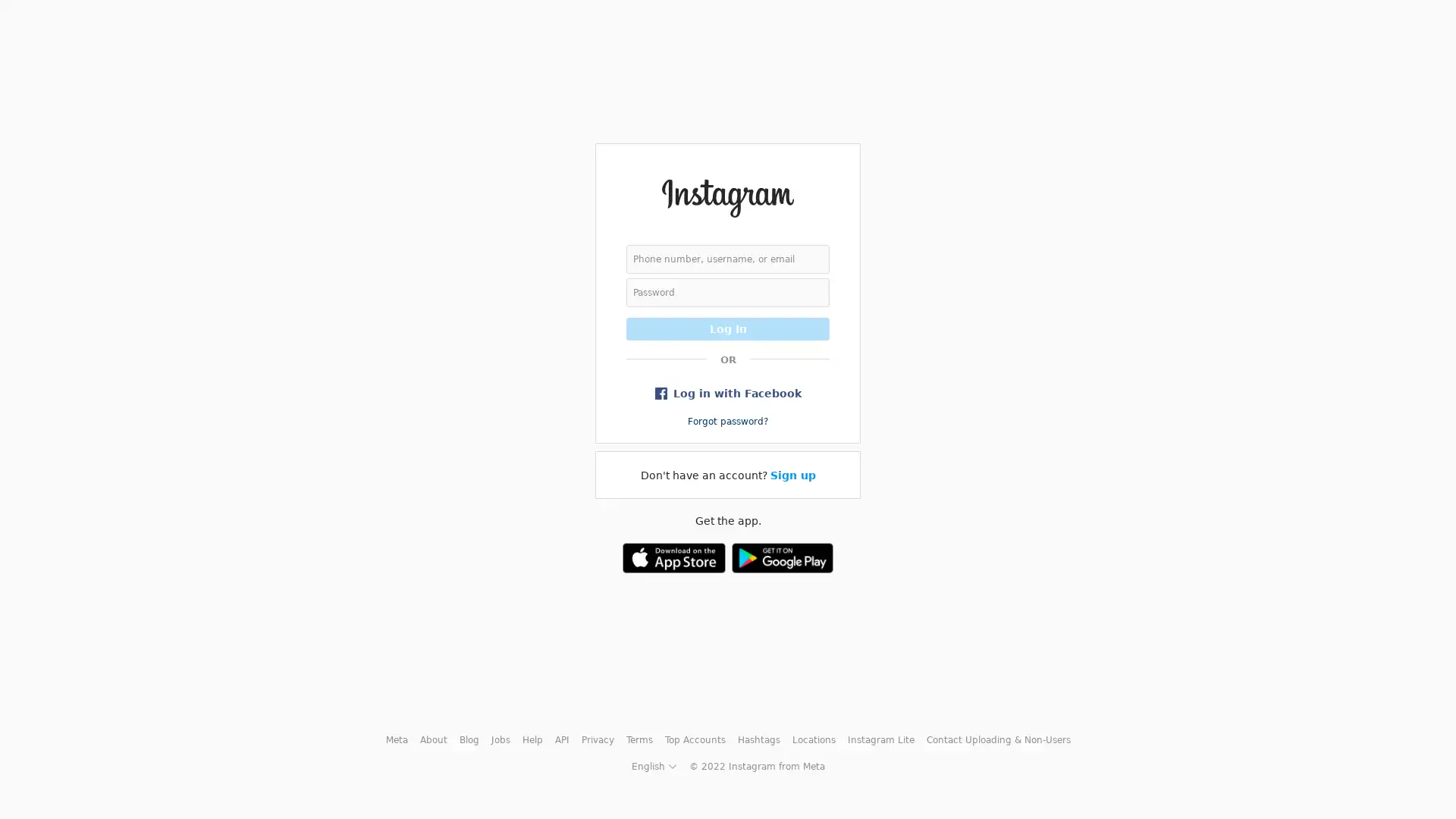 This screenshot has height=819, width=1456. Describe the element at coordinates (728, 327) in the screenshot. I see `Log In` at that location.